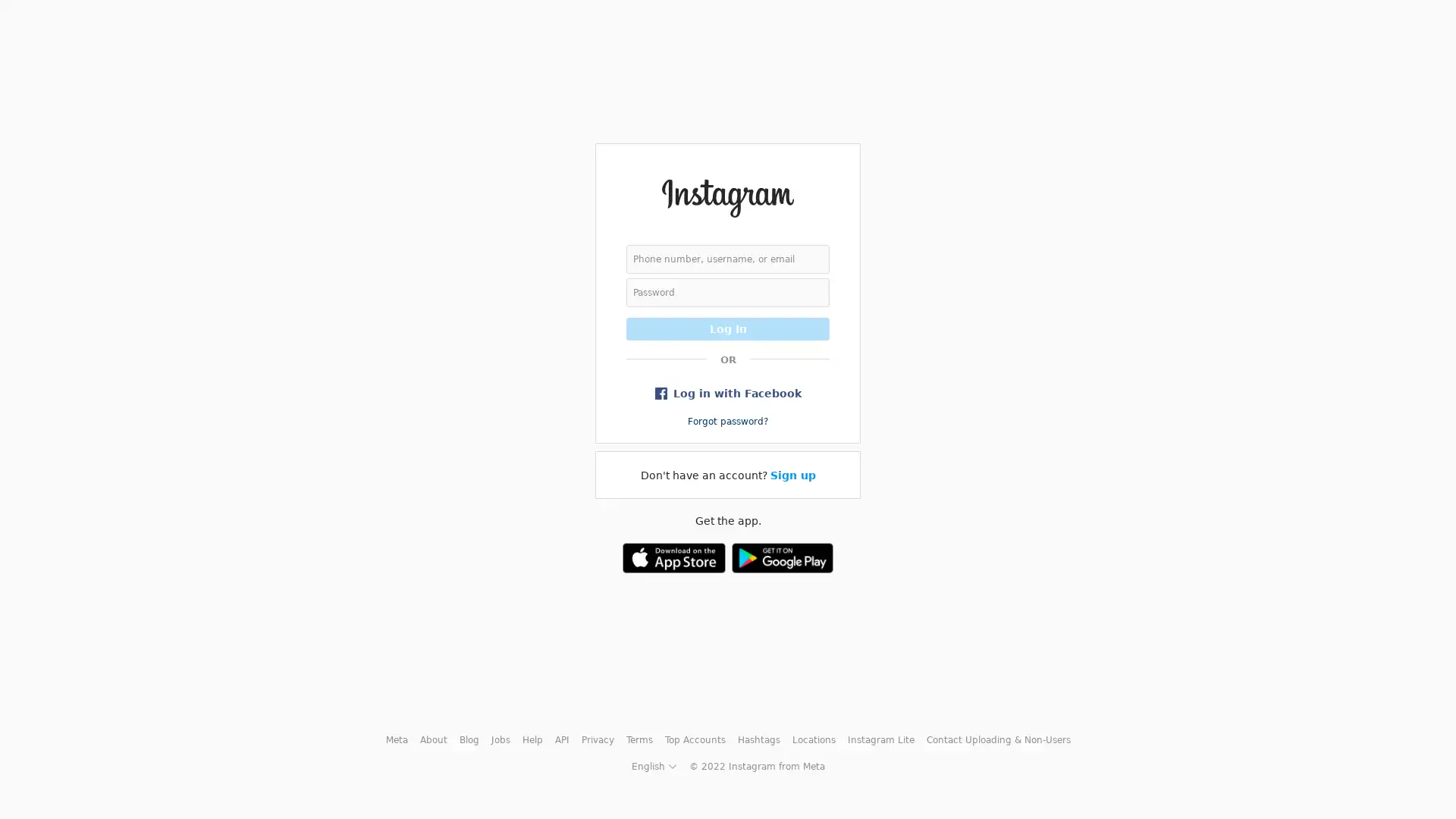 This screenshot has height=819, width=1456. Describe the element at coordinates (728, 327) in the screenshot. I see `Log In` at that location.